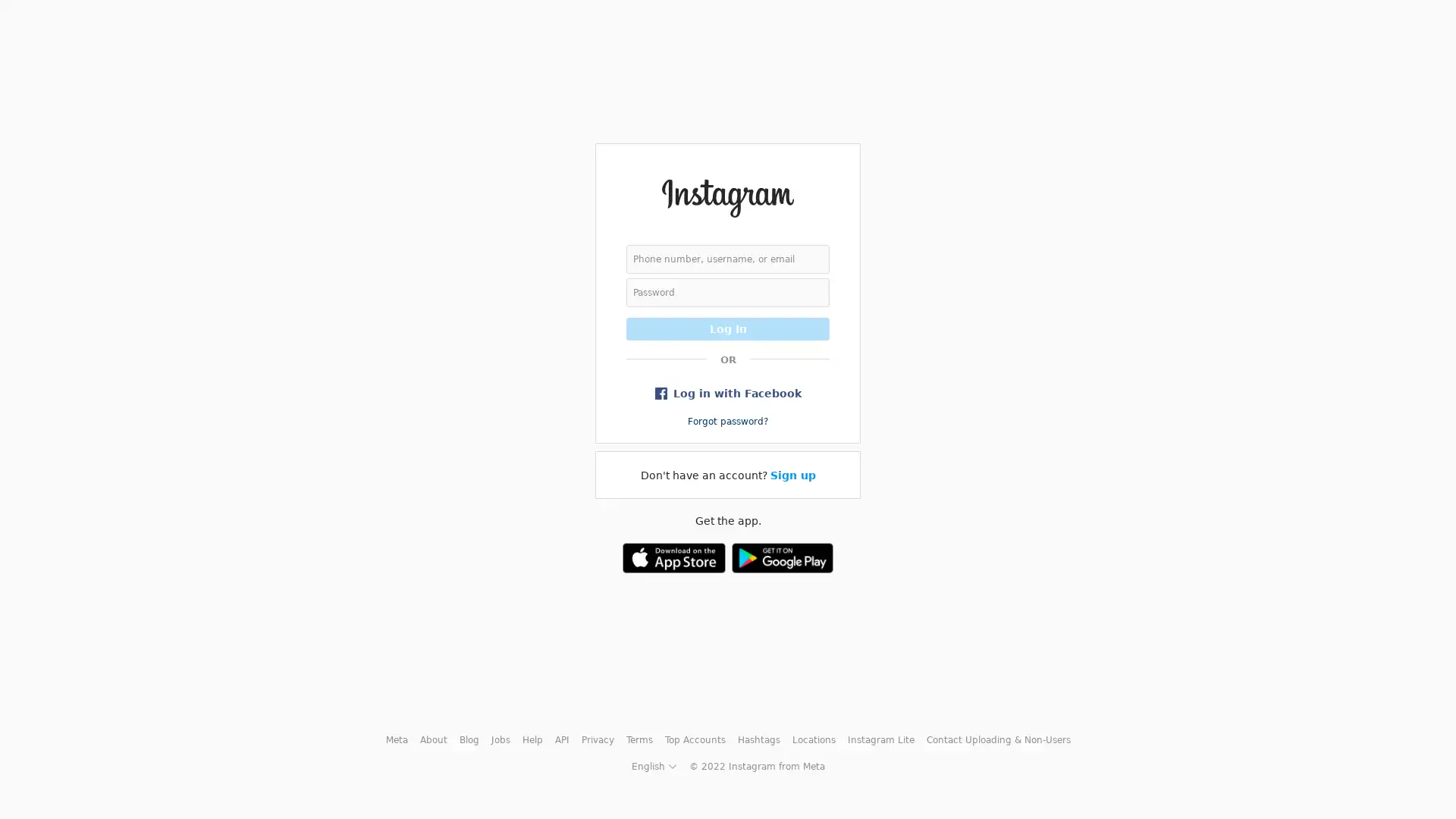 This screenshot has height=819, width=1456. Describe the element at coordinates (728, 327) in the screenshot. I see `Log In` at that location.